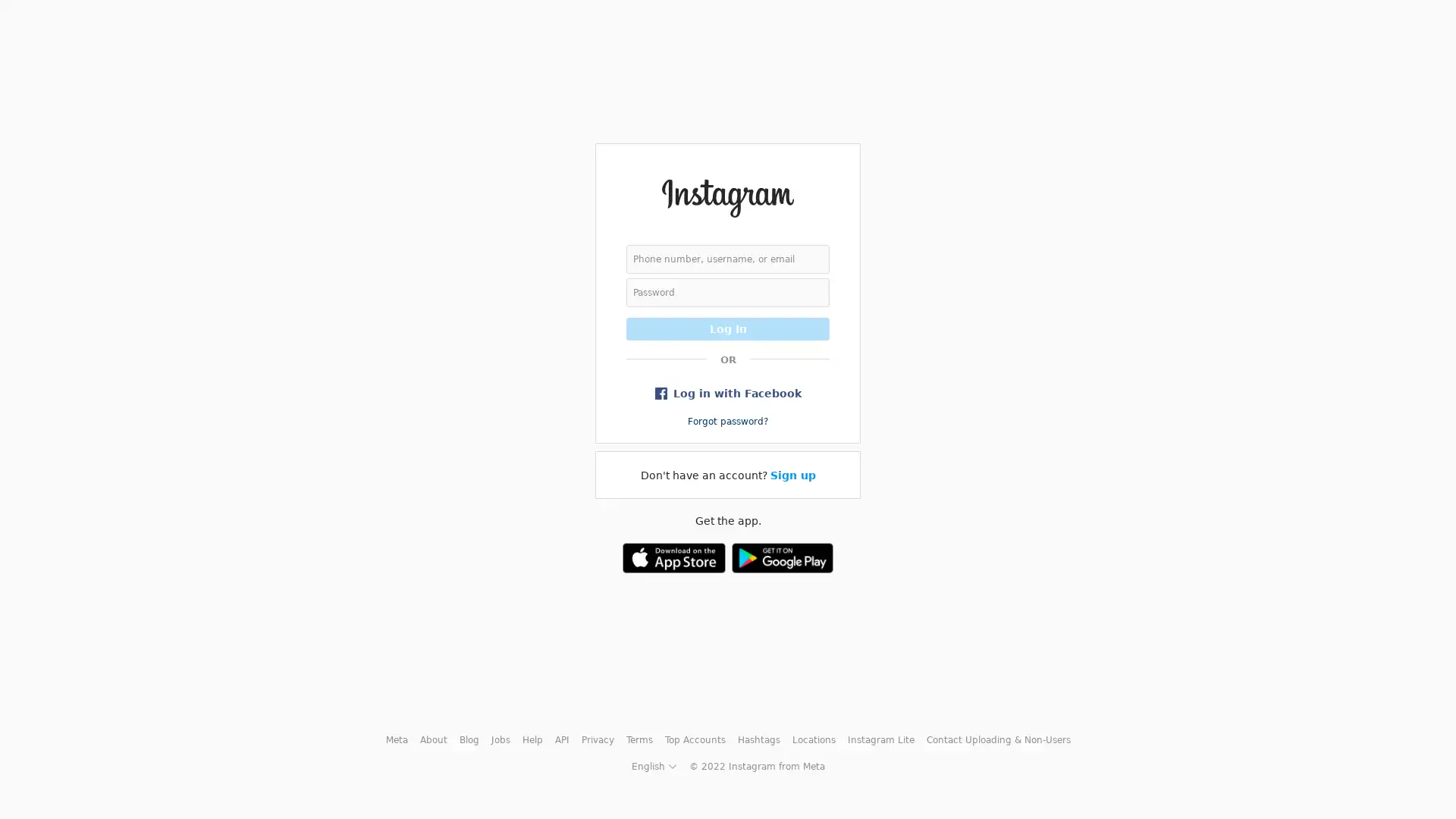 This screenshot has height=819, width=1456. Describe the element at coordinates (728, 327) in the screenshot. I see `Log In` at that location.